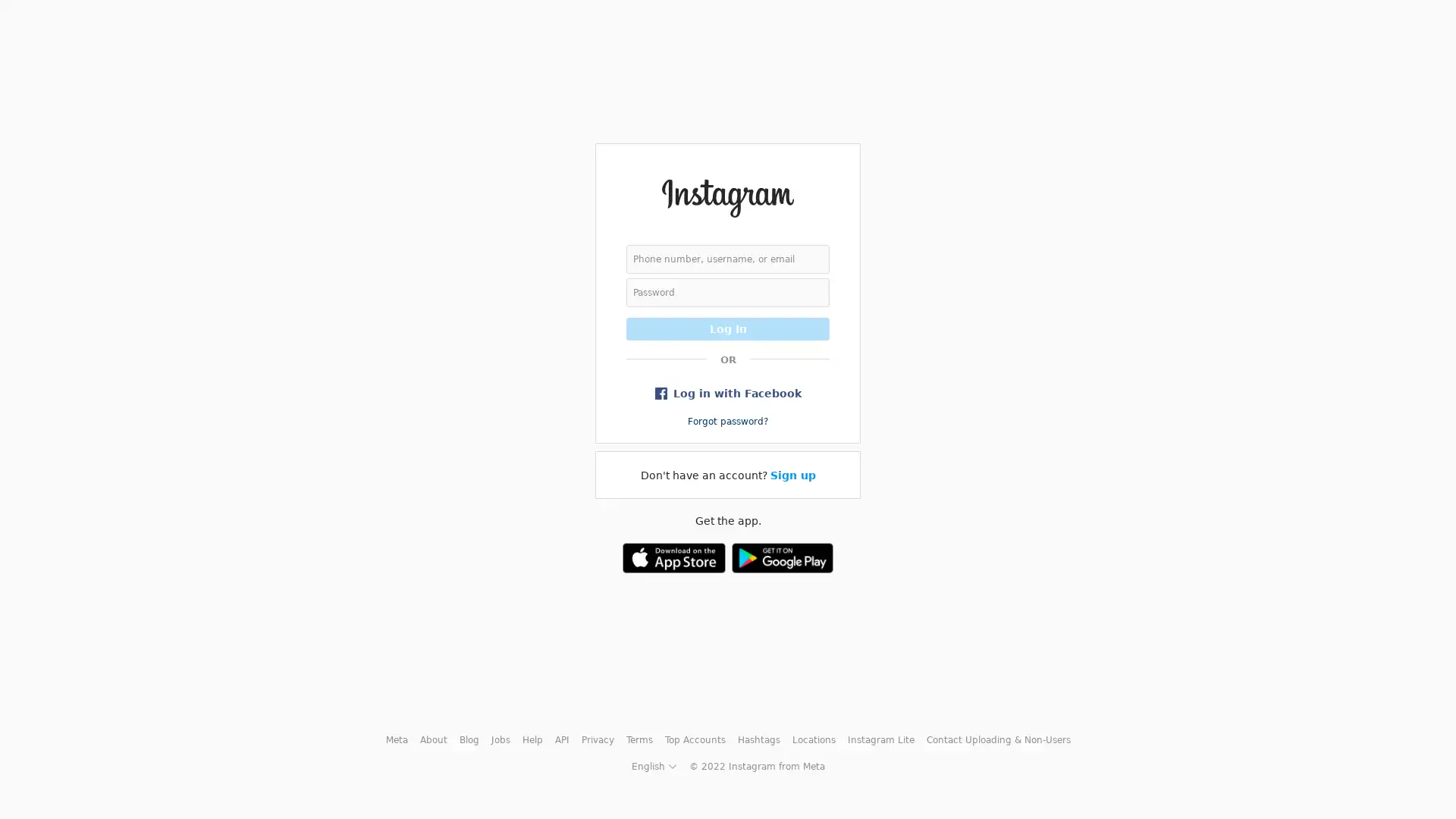 This screenshot has height=819, width=1456. Describe the element at coordinates (728, 327) in the screenshot. I see `Log In` at that location.